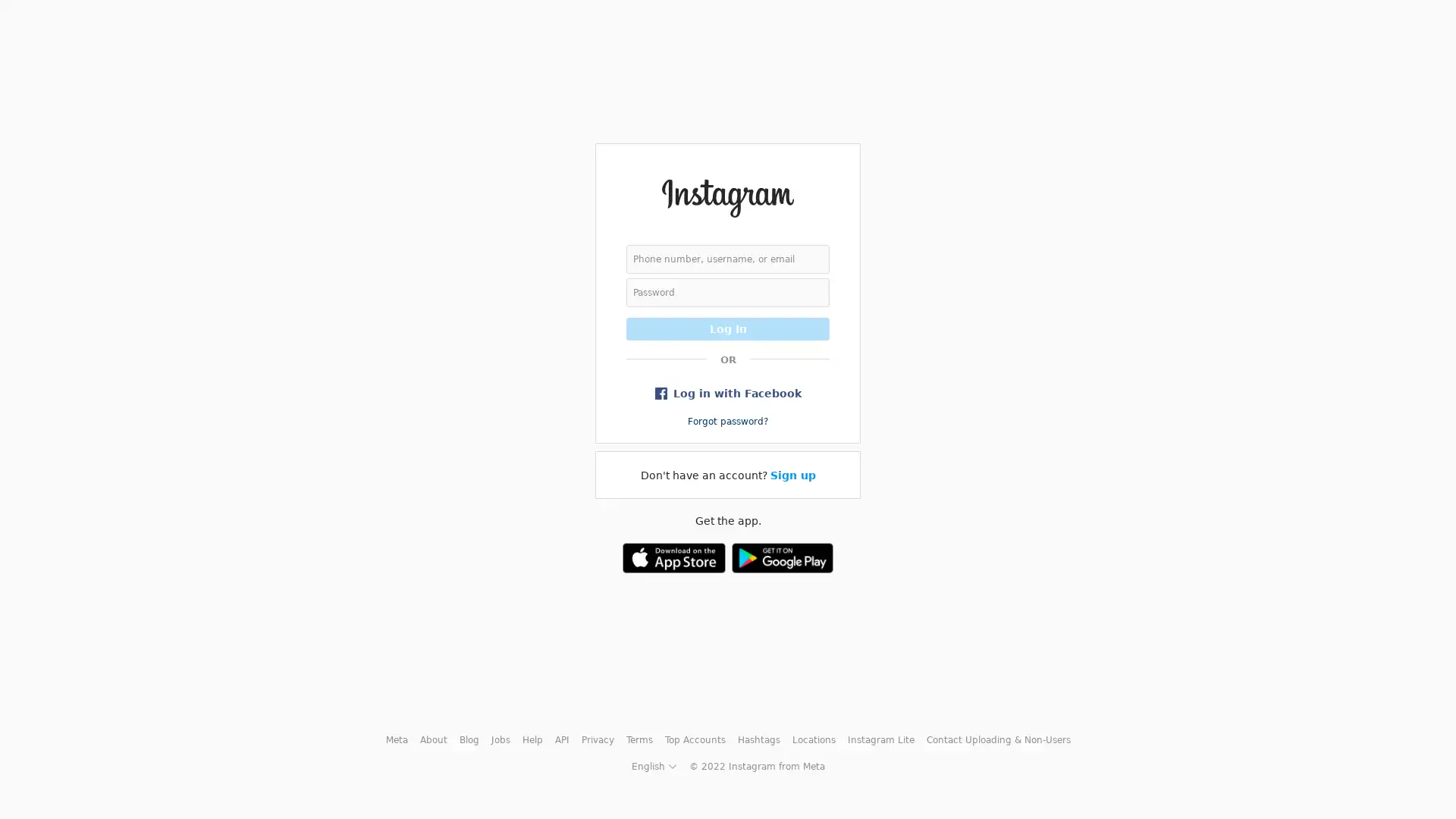 This screenshot has height=819, width=1456. Describe the element at coordinates (728, 327) in the screenshot. I see `Log In` at that location.